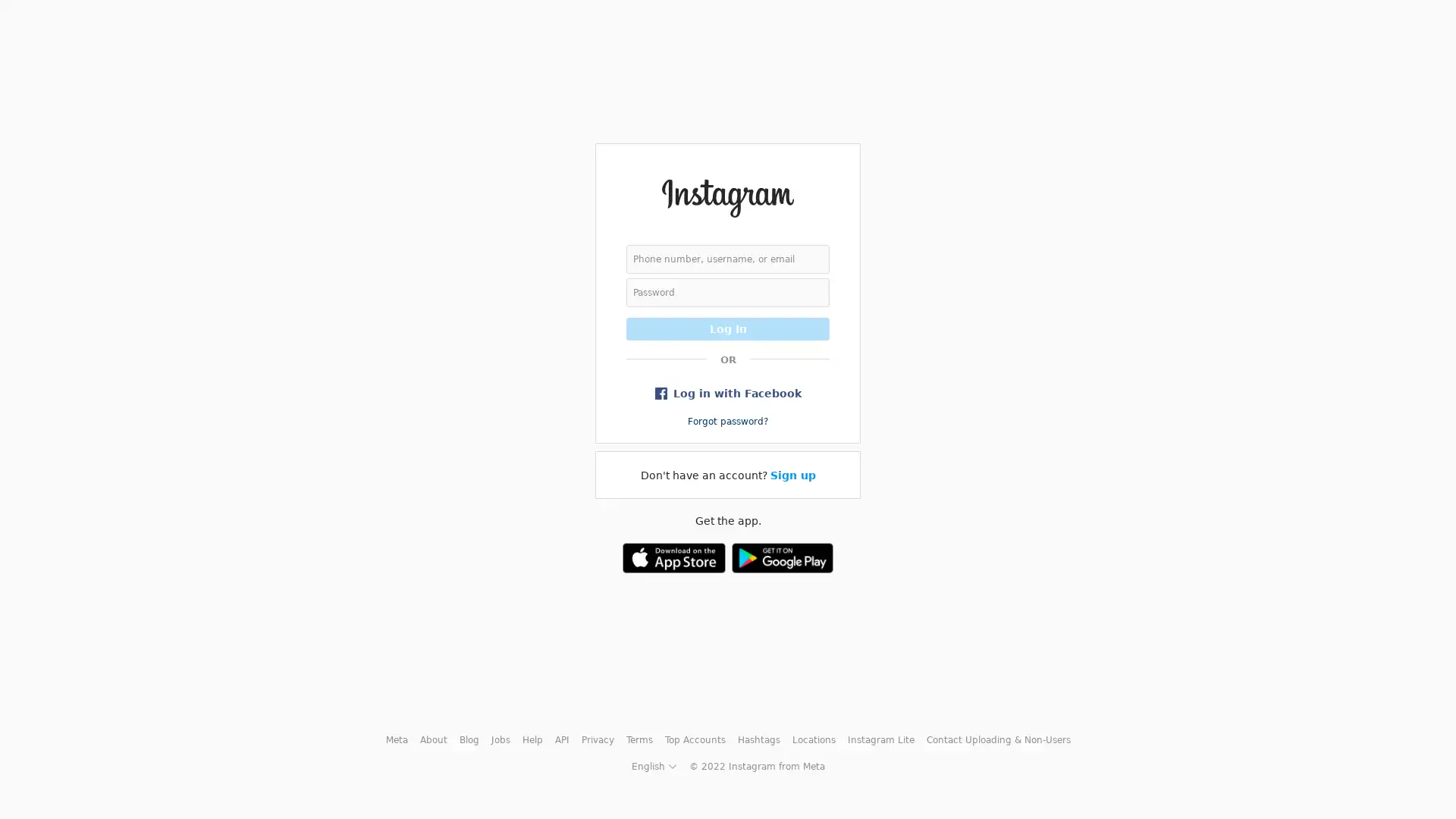 This screenshot has height=819, width=1456. Describe the element at coordinates (728, 327) in the screenshot. I see `Log In` at that location.